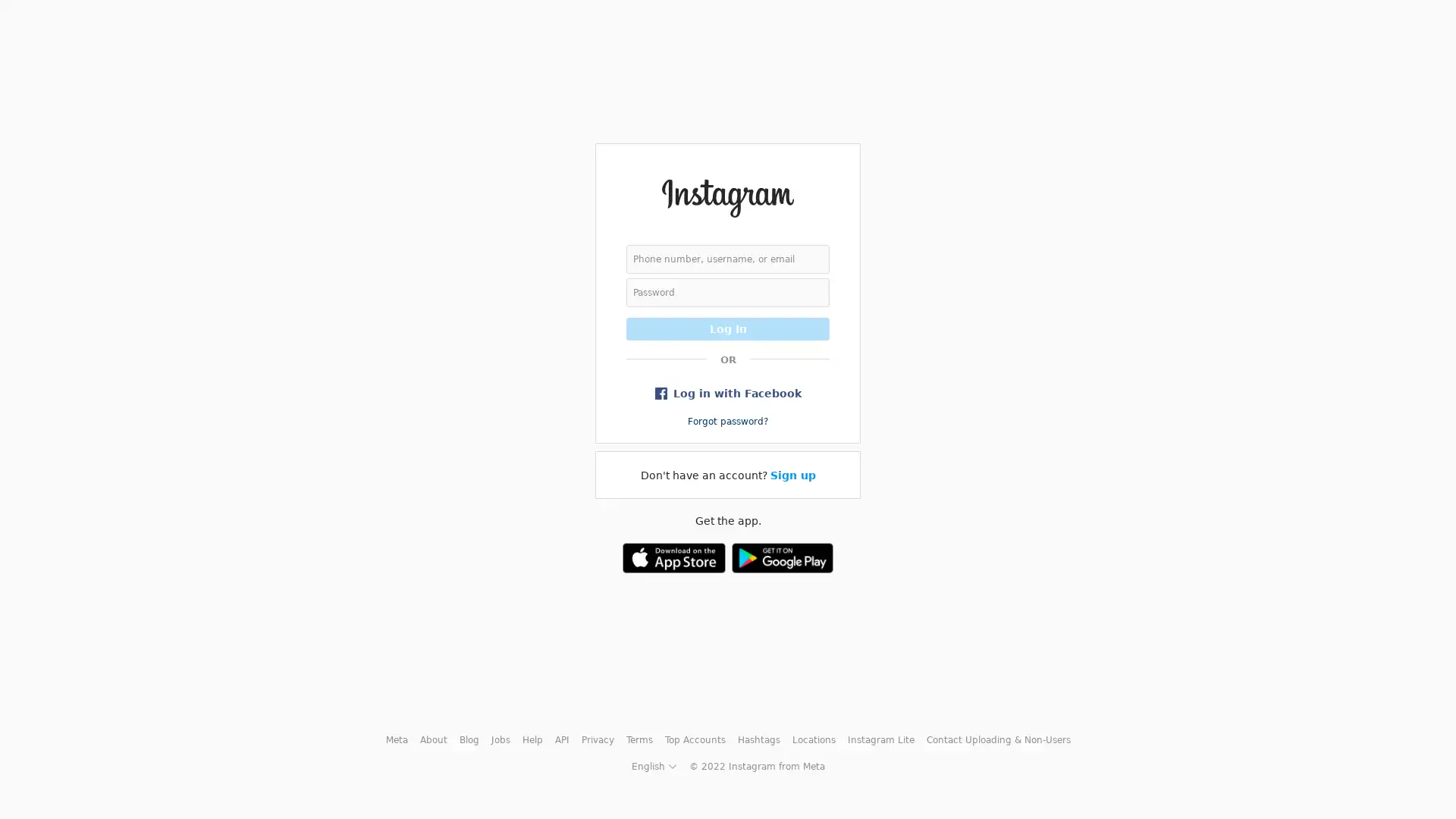 This screenshot has height=819, width=1456. Describe the element at coordinates (728, 327) in the screenshot. I see `Log In` at that location.